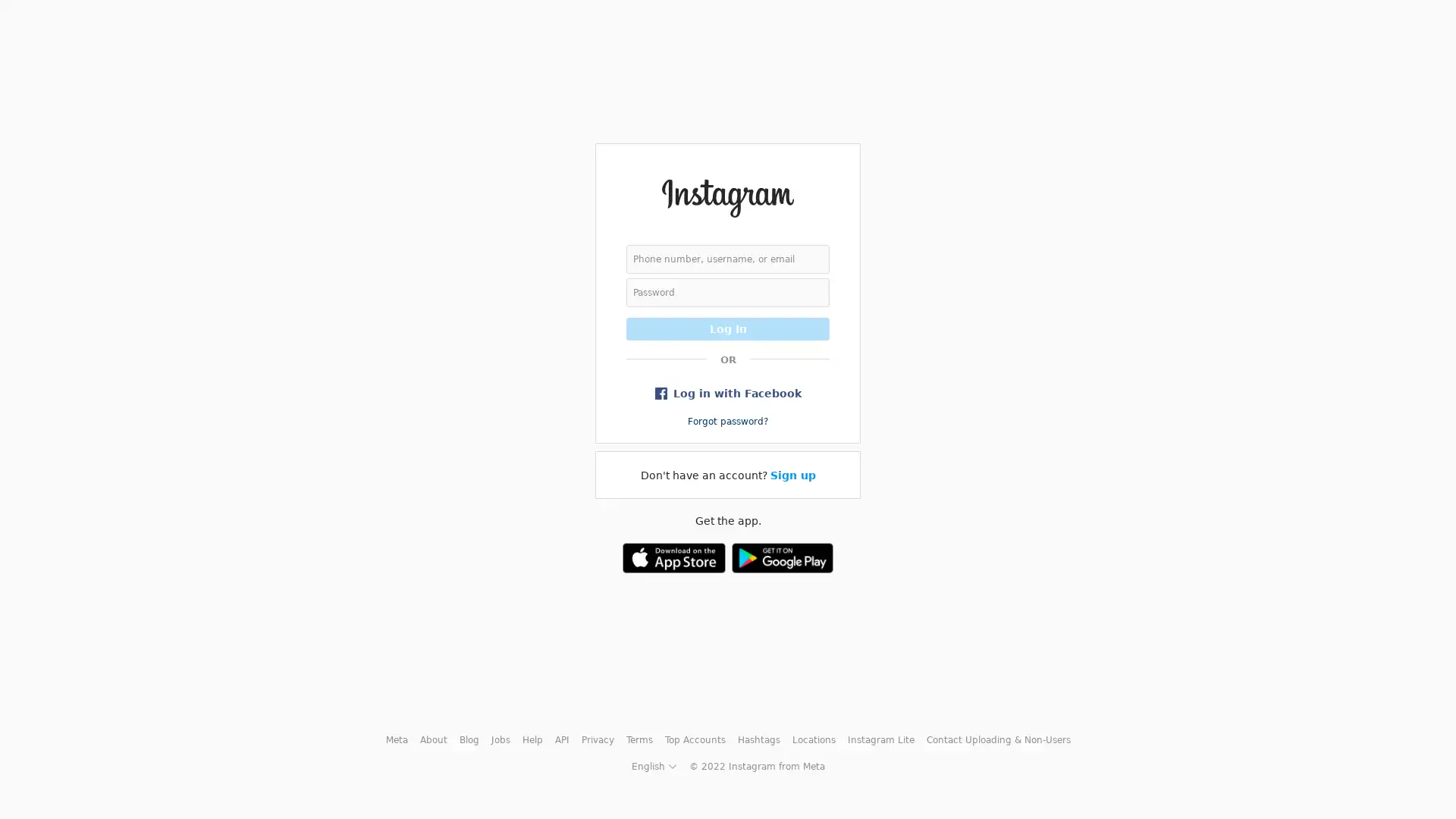 This screenshot has height=819, width=1456. Describe the element at coordinates (728, 327) in the screenshot. I see `Log In` at that location.